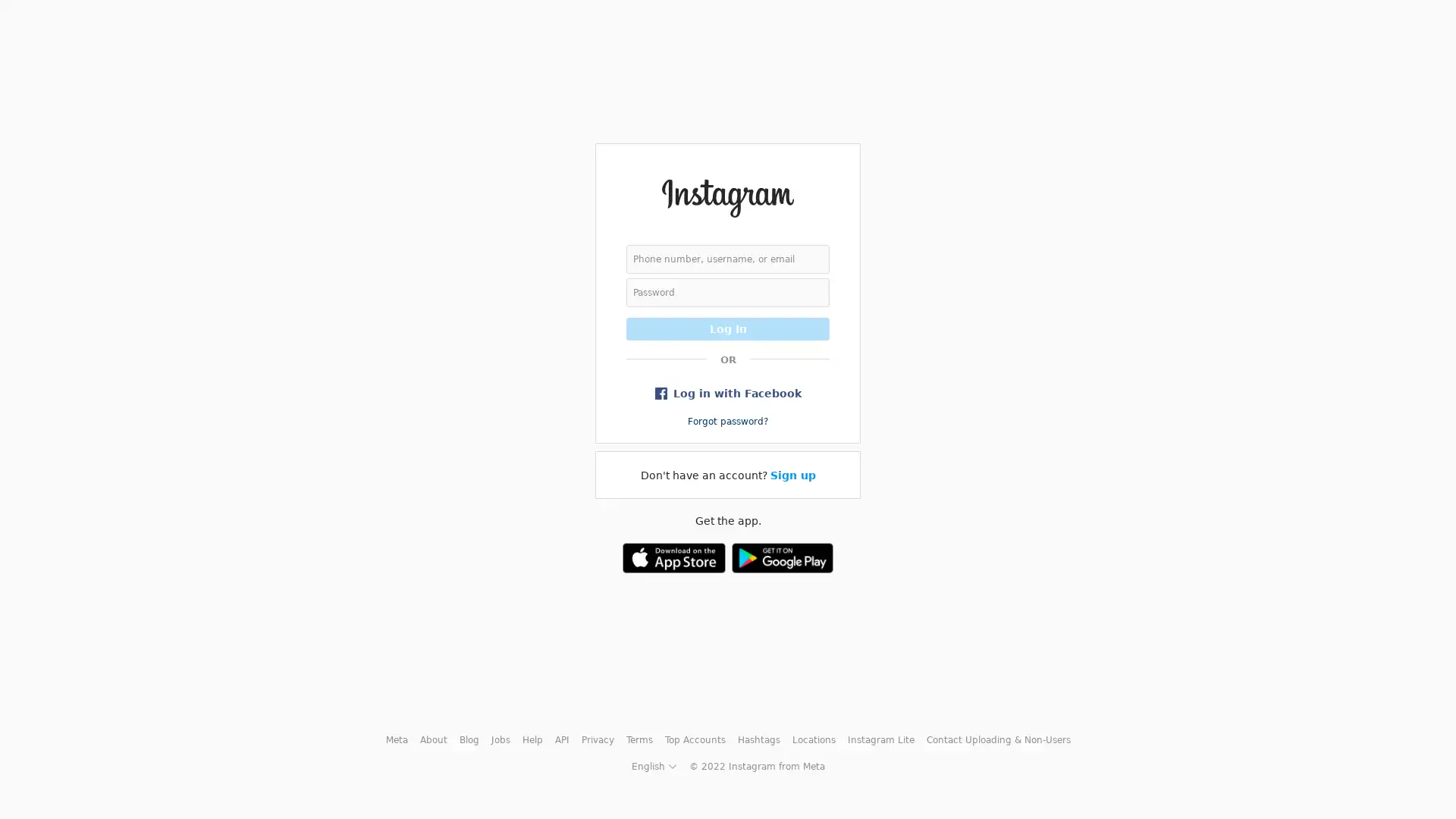 This screenshot has height=819, width=1456. Describe the element at coordinates (728, 327) in the screenshot. I see `Log In` at that location.